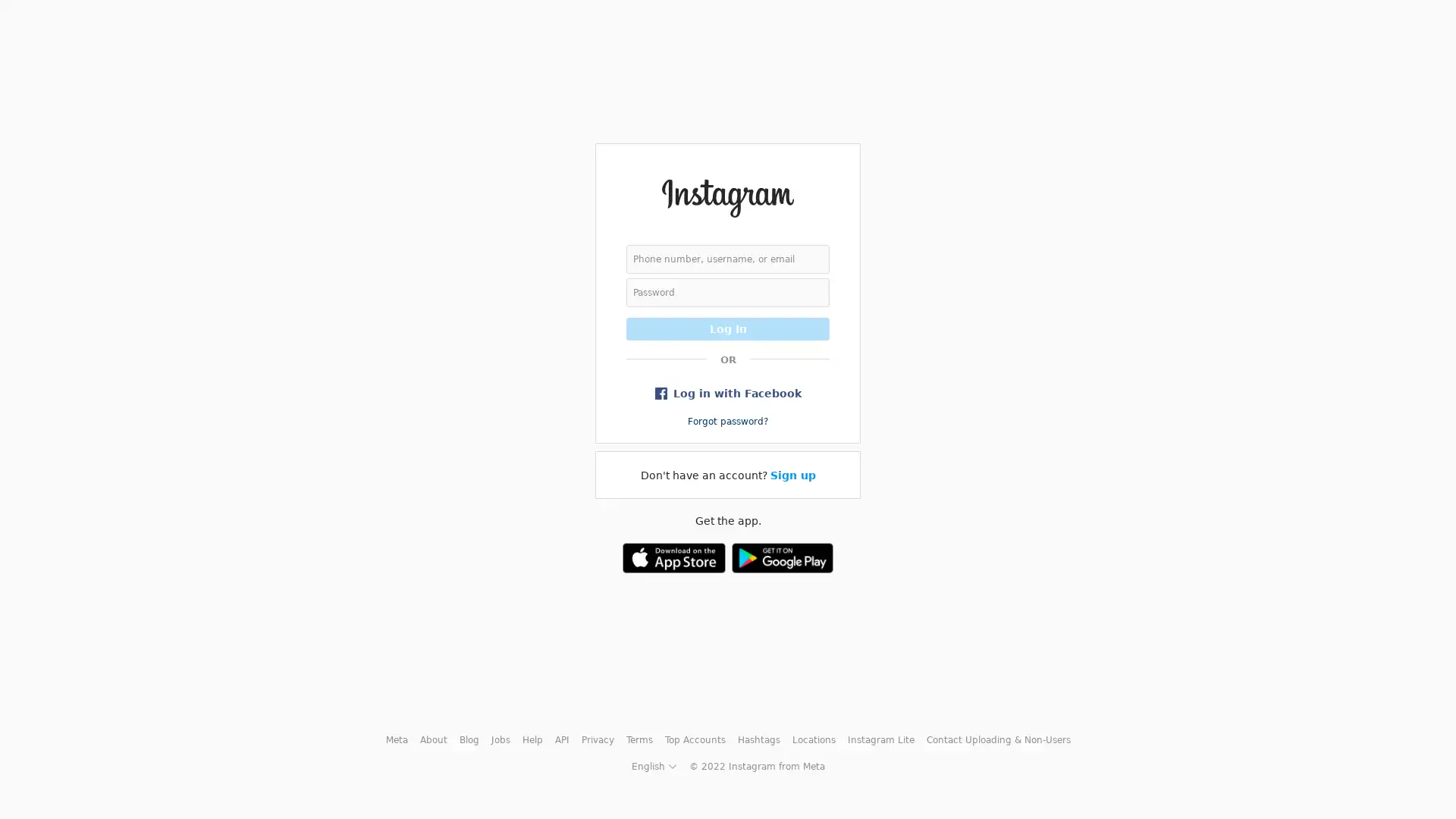 This screenshot has height=819, width=1456. Describe the element at coordinates (728, 327) in the screenshot. I see `Log In` at that location.